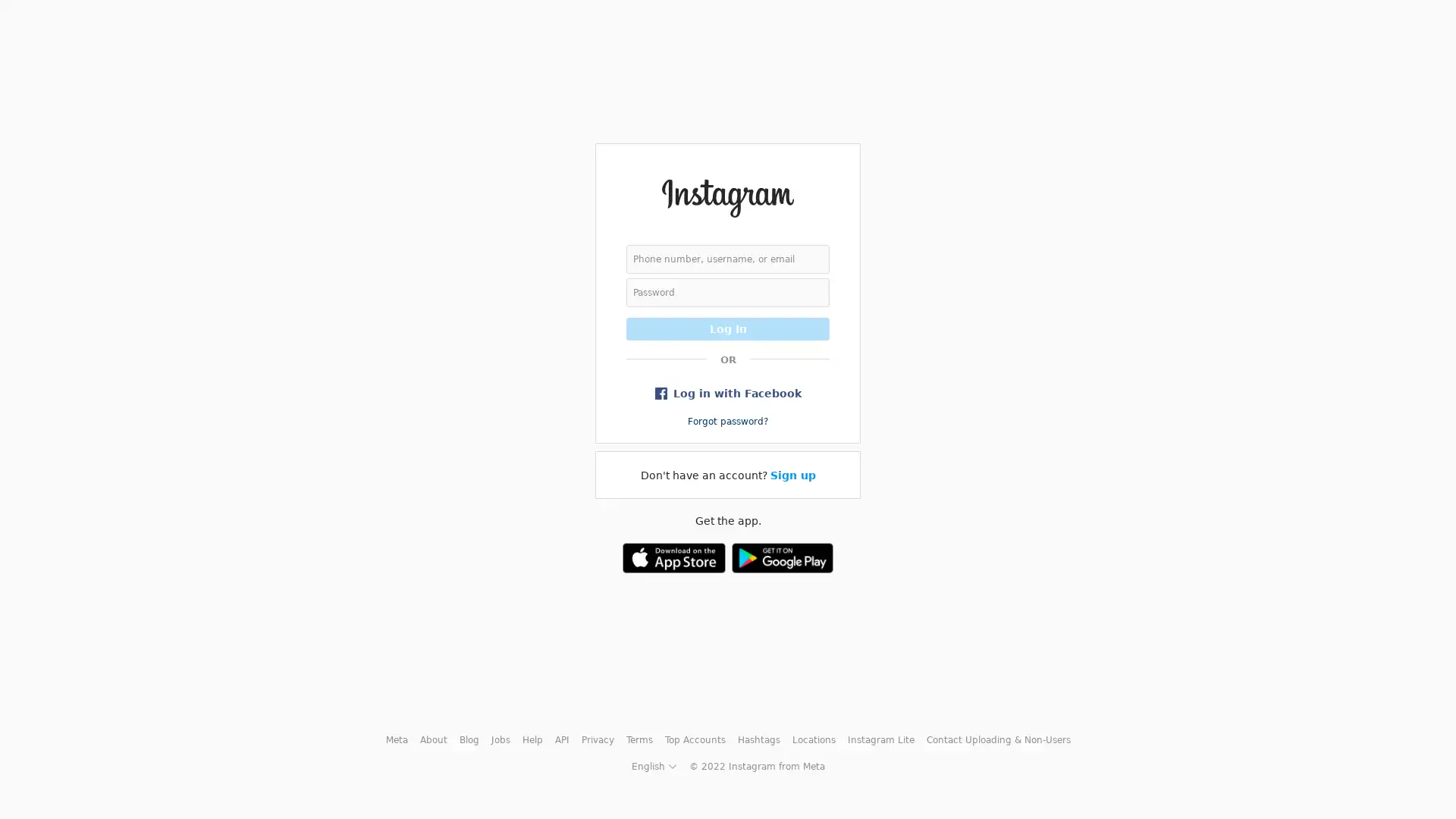 This screenshot has height=819, width=1456. Describe the element at coordinates (728, 327) in the screenshot. I see `Log In` at that location.